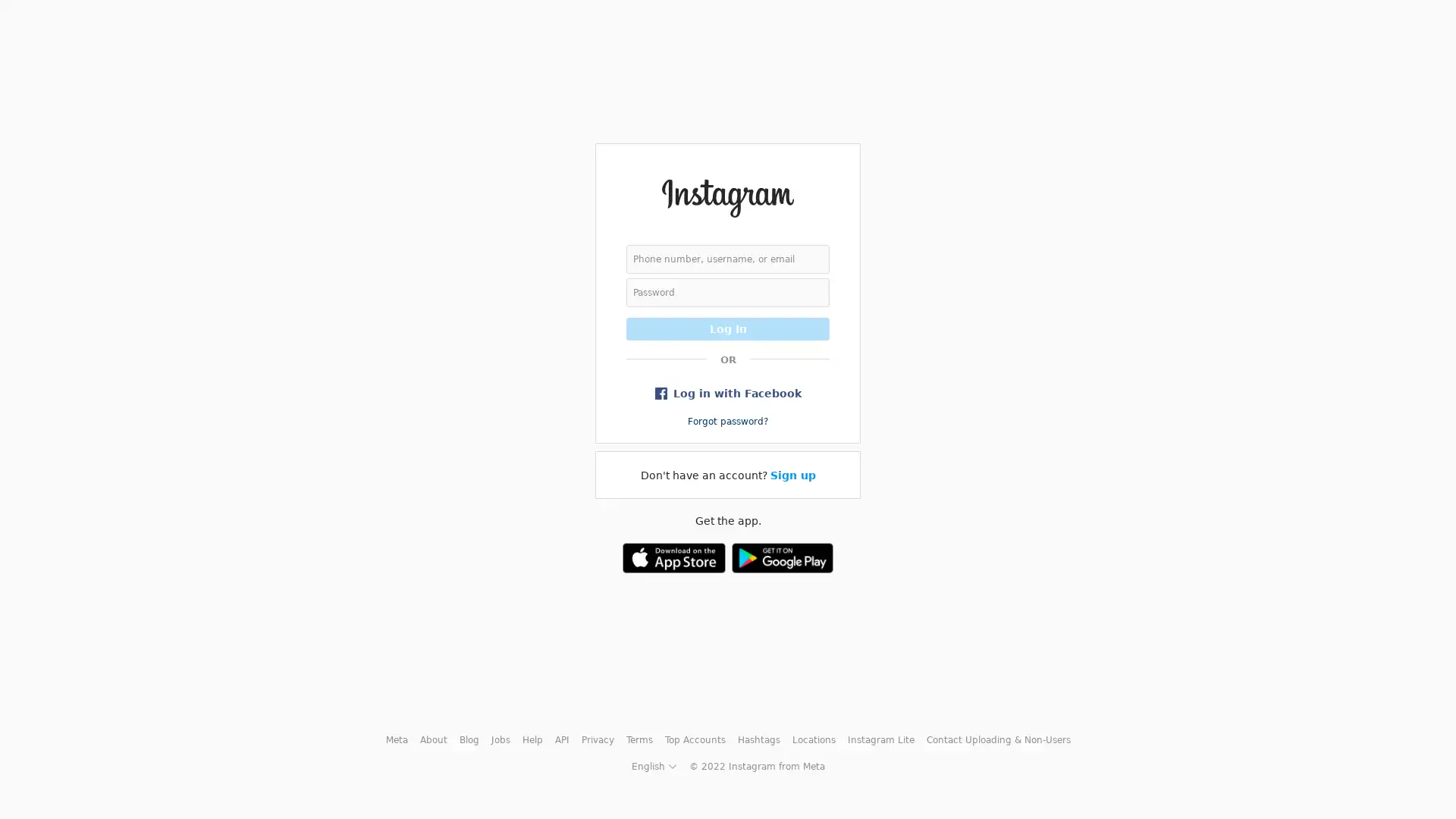 This screenshot has height=819, width=1456. Describe the element at coordinates (728, 327) in the screenshot. I see `Log In` at that location.